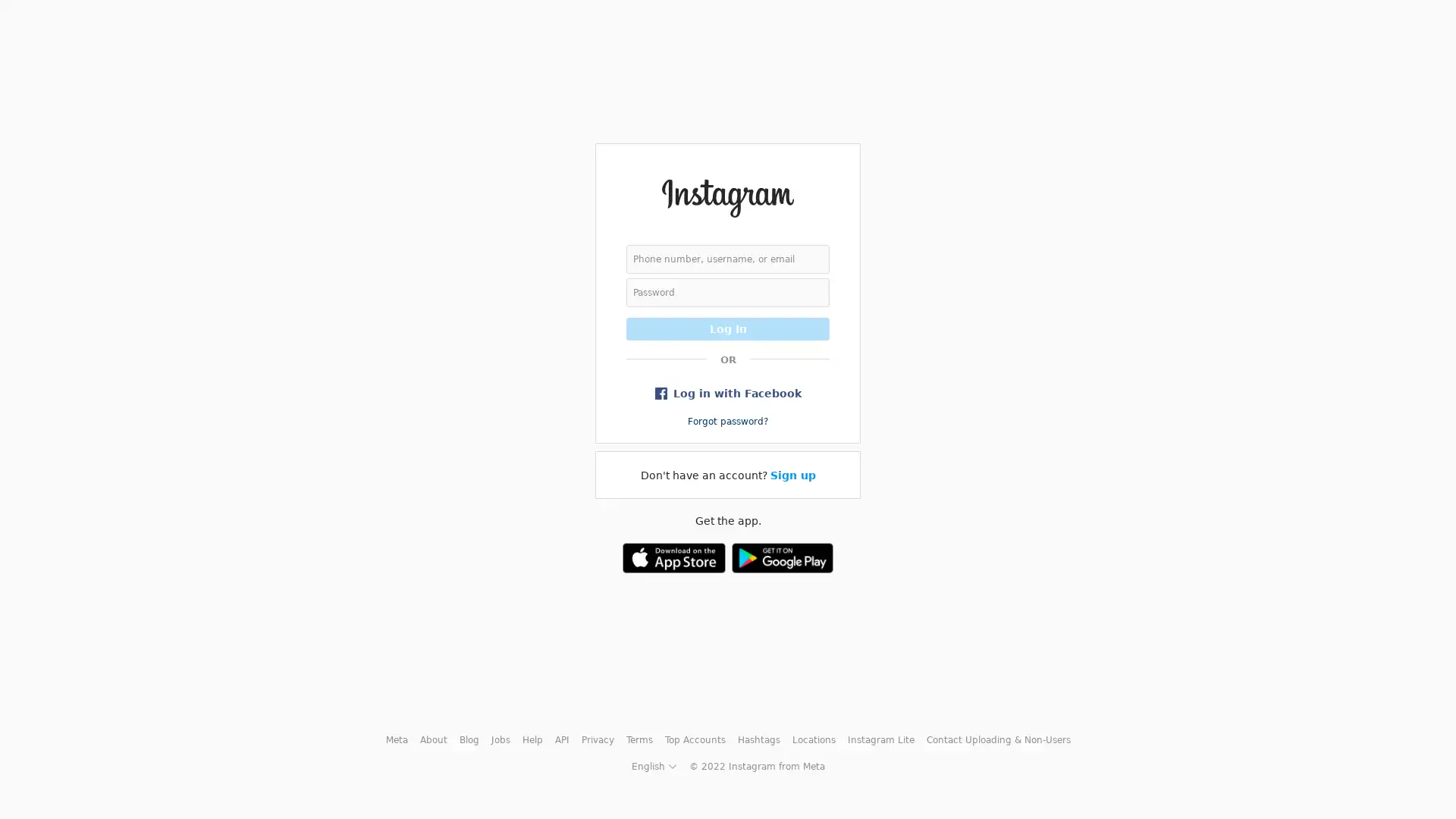 This screenshot has height=819, width=1456. Describe the element at coordinates (728, 327) in the screenshot. I see `Log In` at that location.